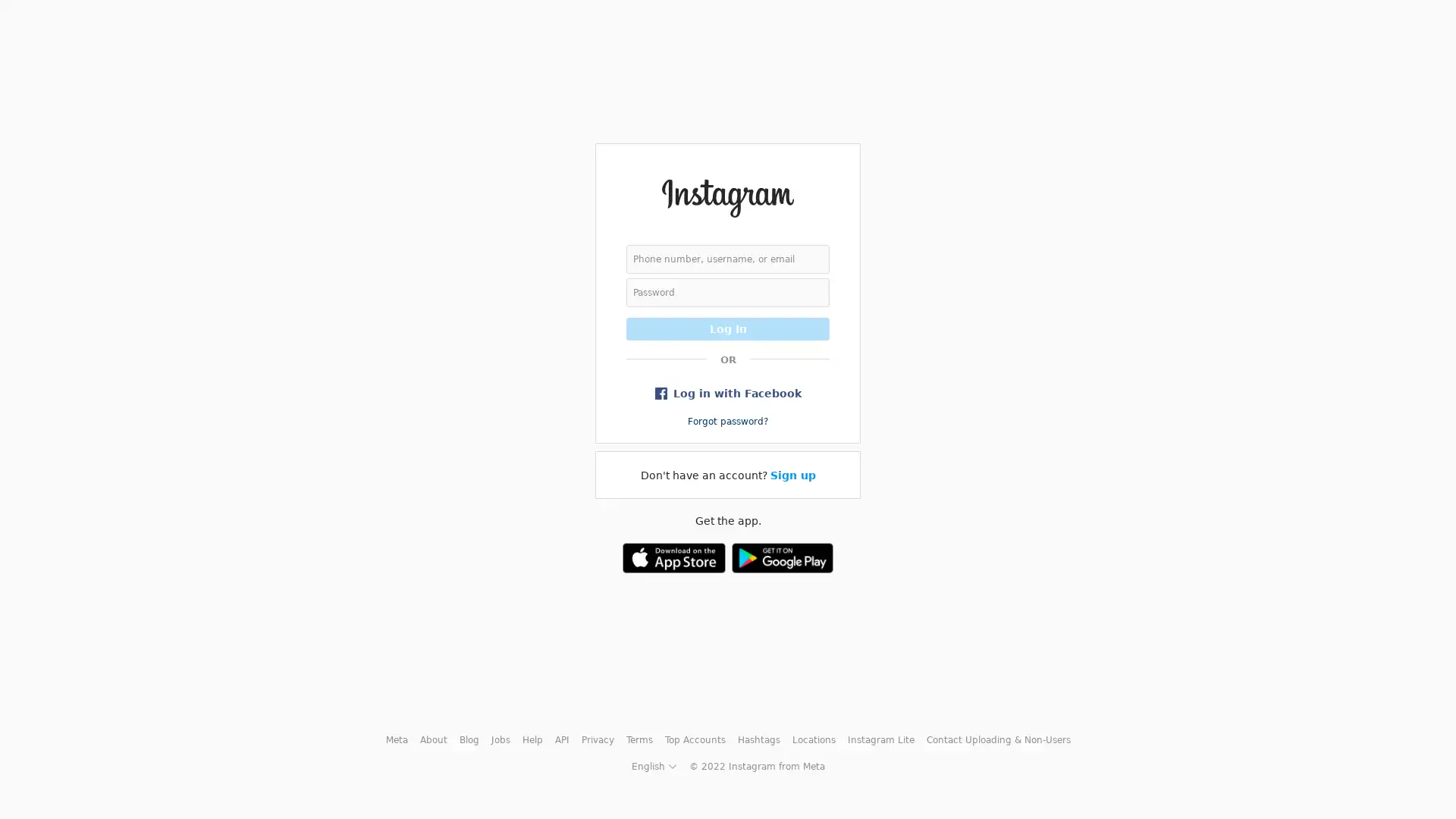 This screenshot has height=819, width=1456. Describe the element at coordinates (728, 327) in the screenshot. I see `Log In` at that location.